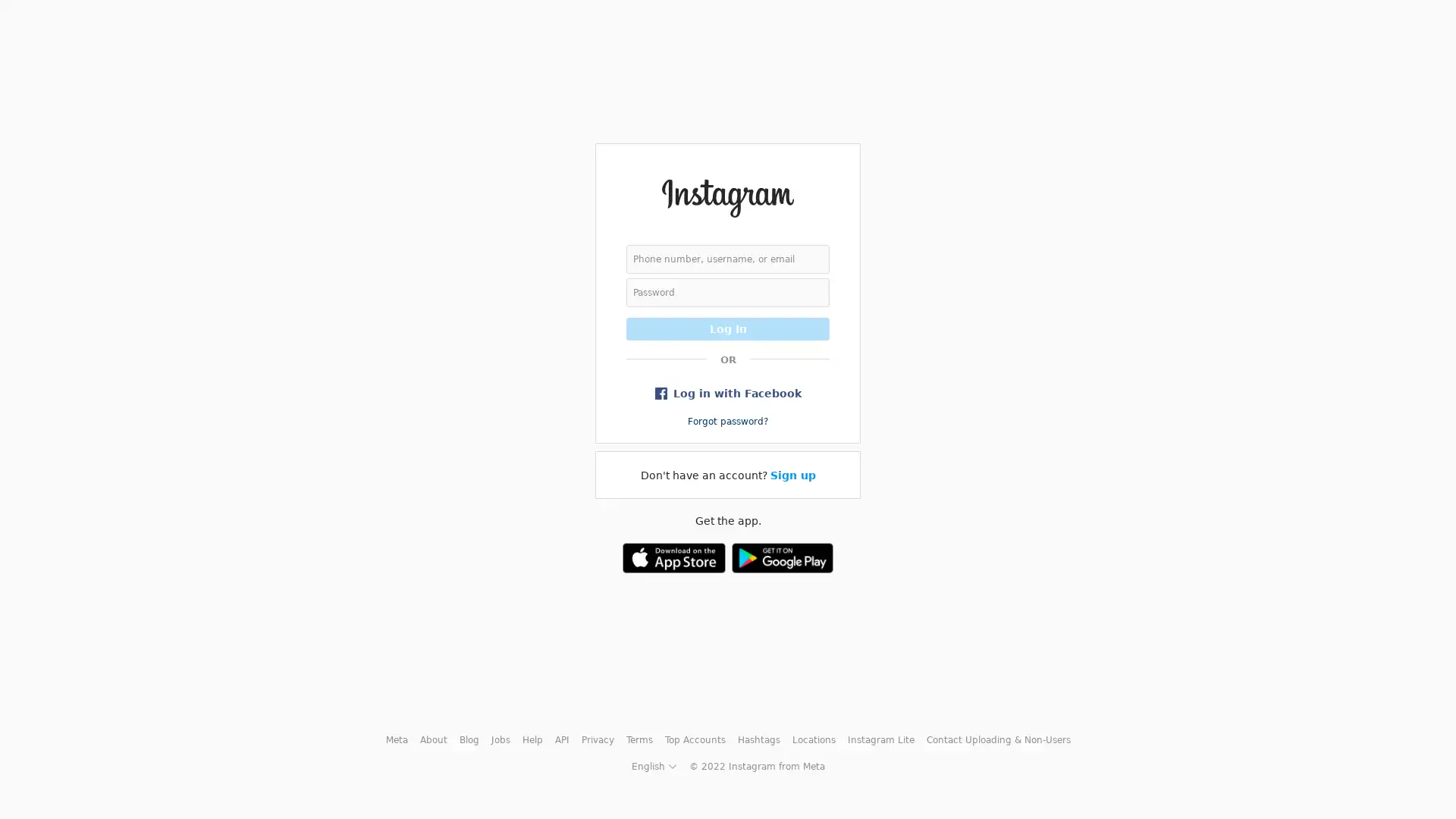 This screenshot has height=819, width=1456. Describe the element at coordinates (728, 327) in the screenshot. I see `Log In` at that location.